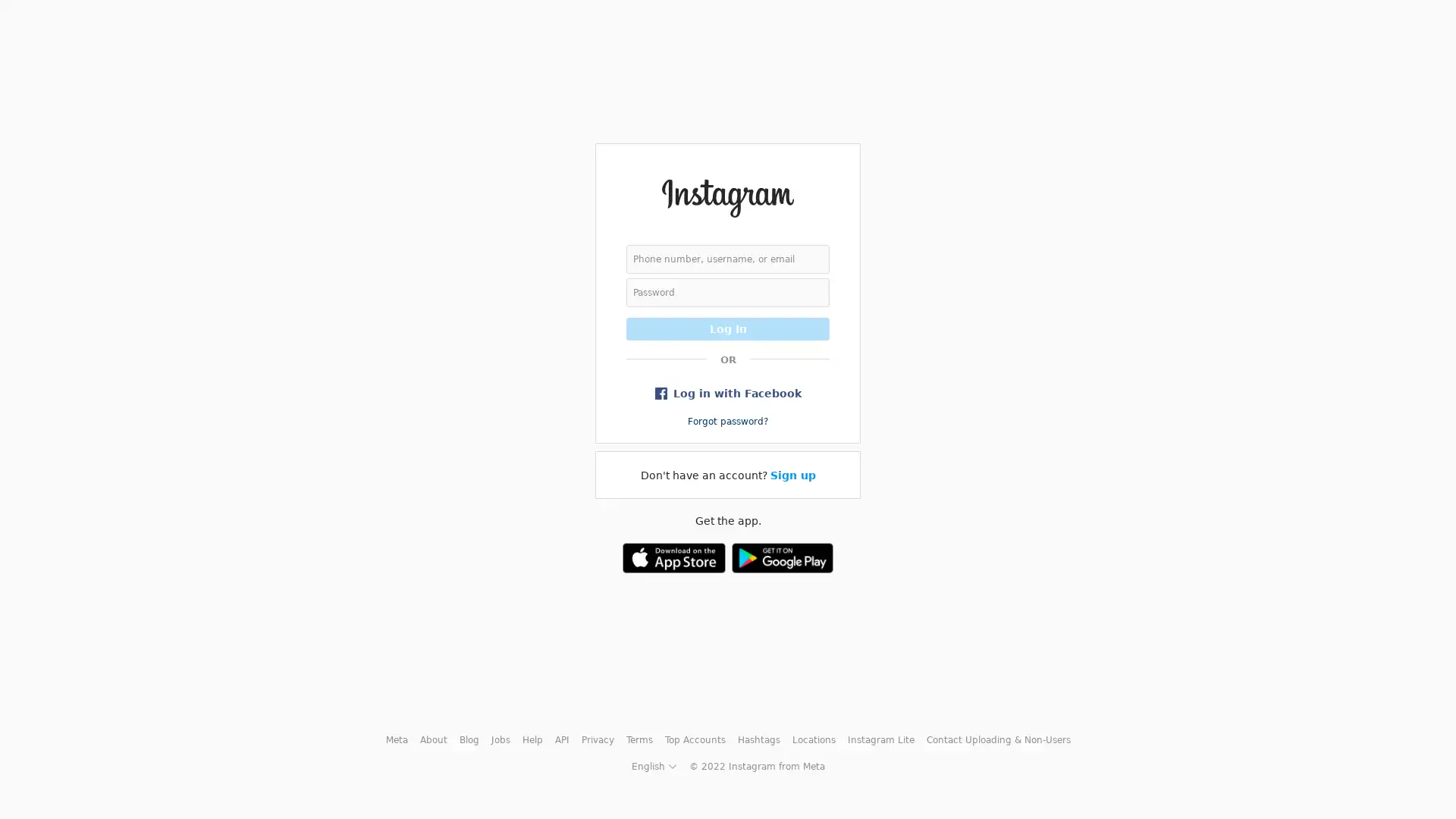 This screenshot has height=819, width=1456. Describe the element at coordinates (728, 327) in the screenshot. I see `Log In` at that location.